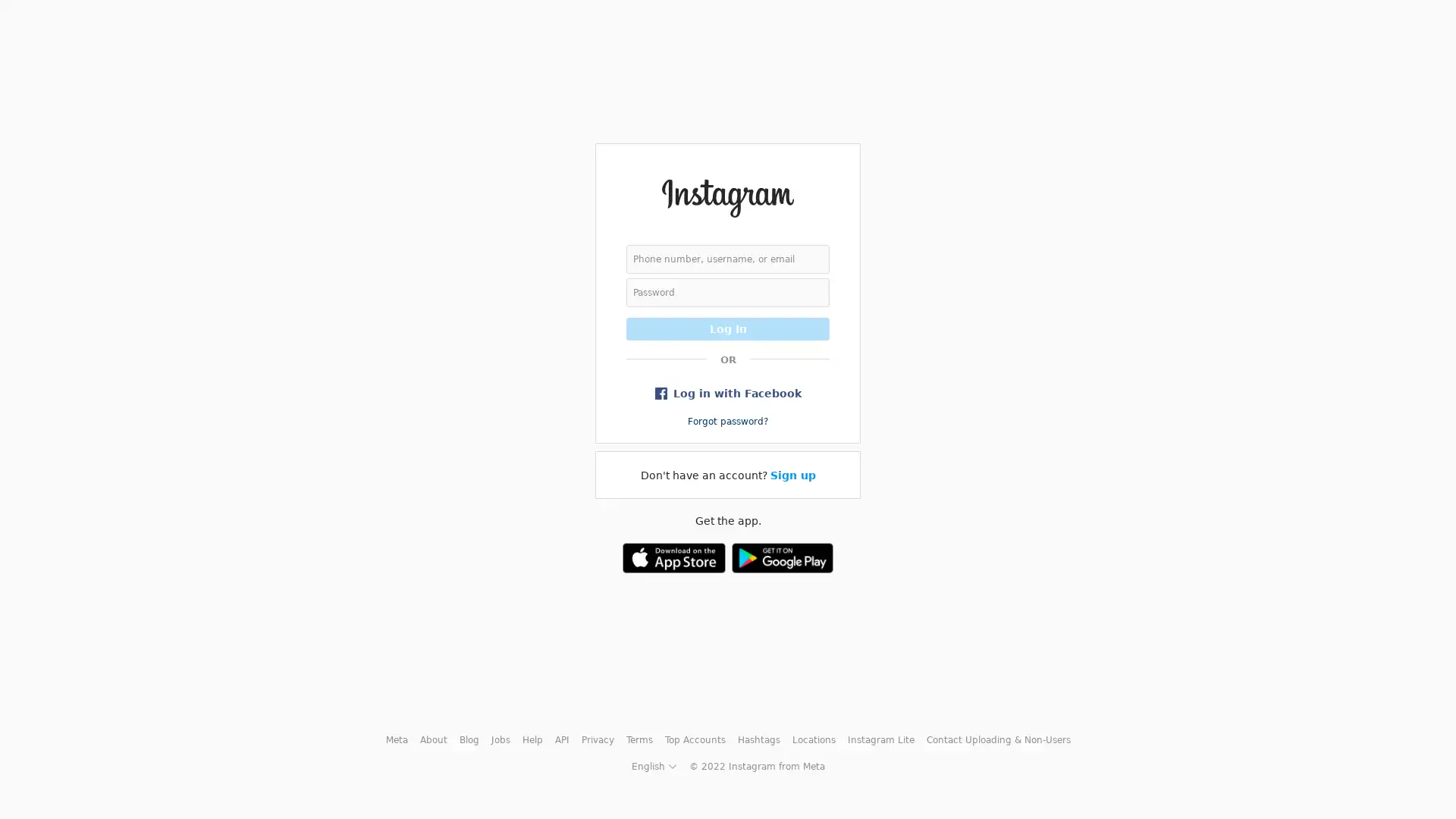 This screenshot has height=819, width=1456. Describe the element at coordinates (728, 327) in the screenshot. I see `Log In` at that location.